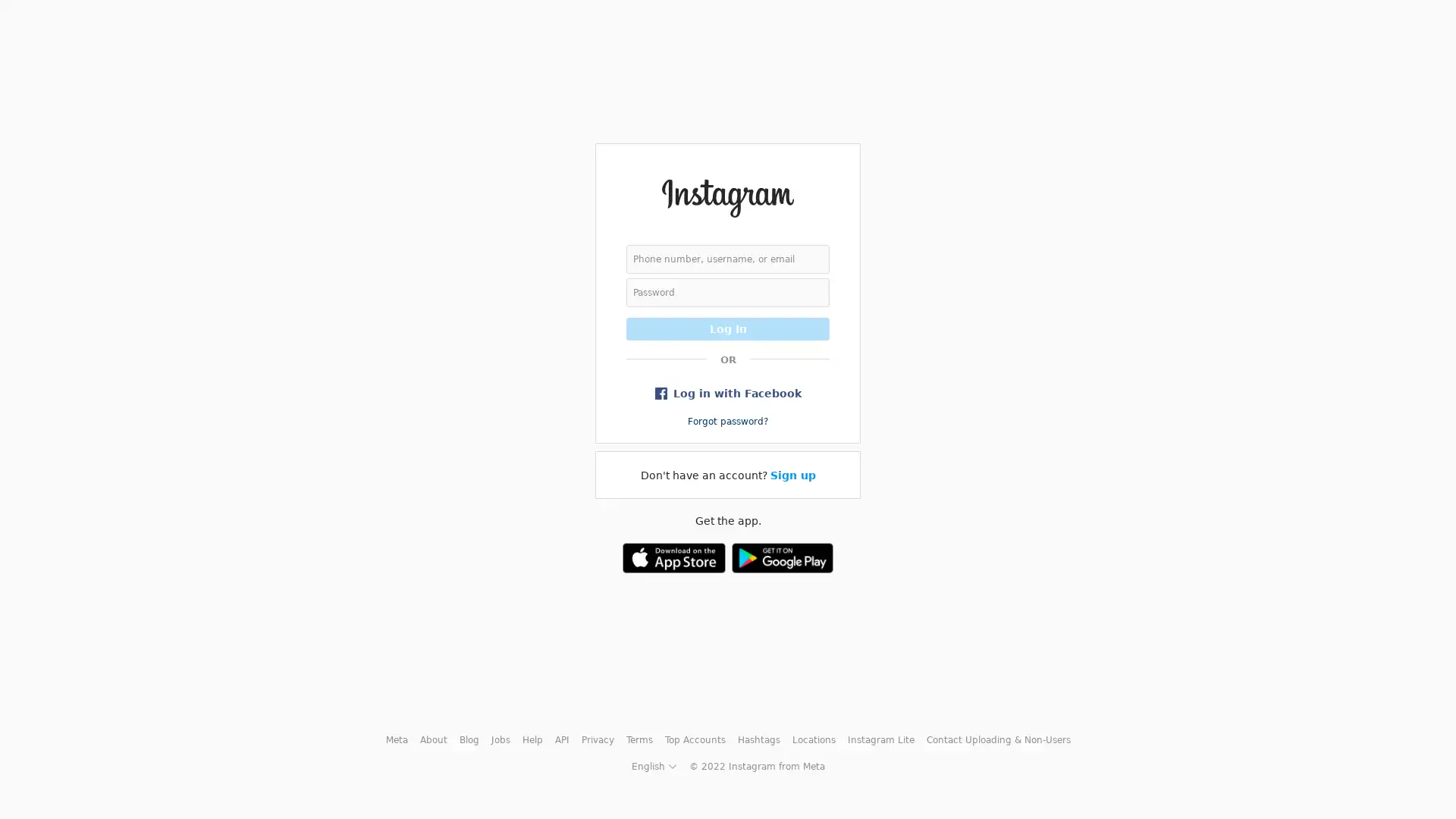 This screenshot has height=819, width=1456. Describe the element at coordinates (728, 327) in the screenshot. I see `Log In` at that location.